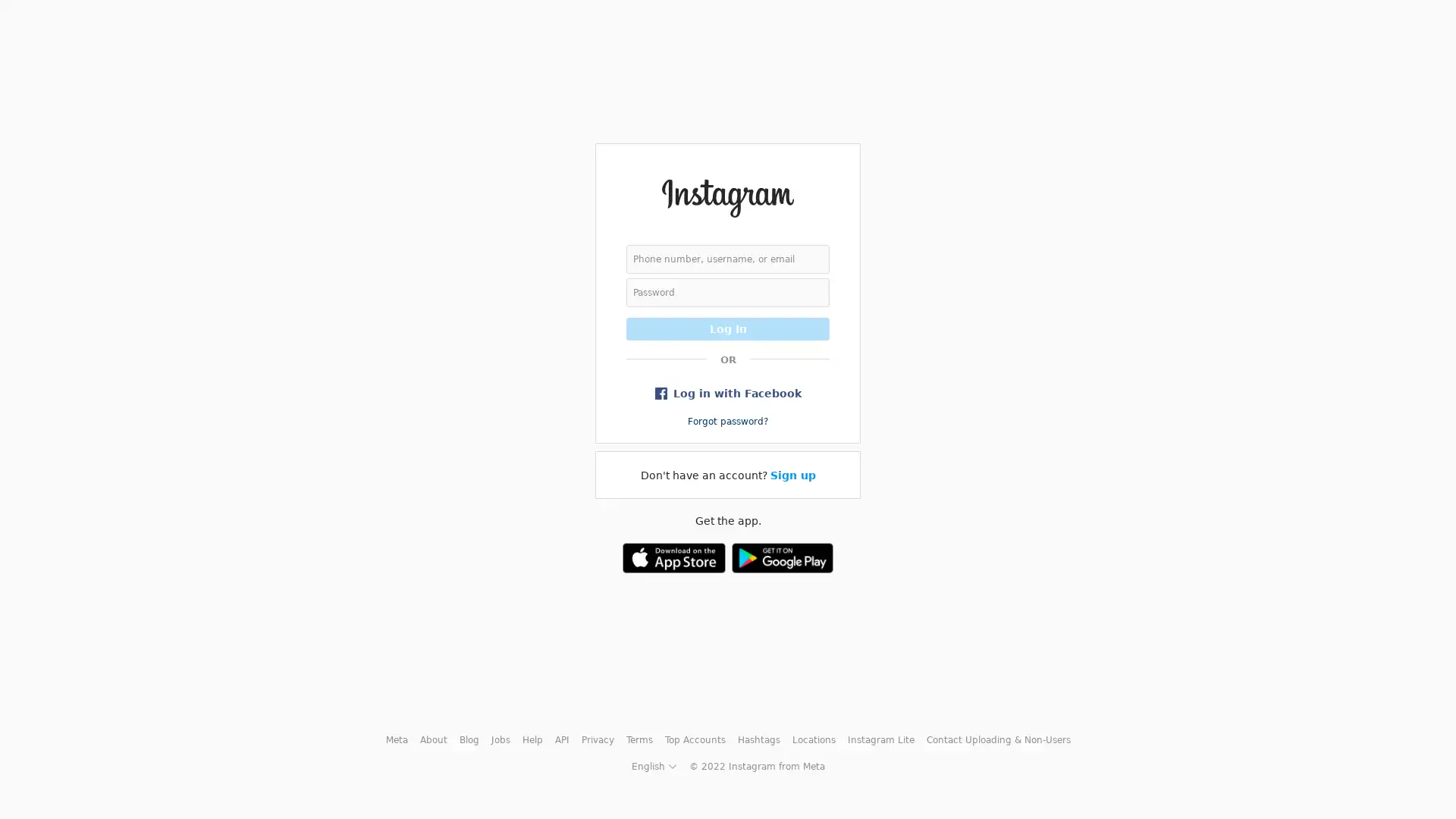 This screenshot has height=819, width=1456. Describe the element at coordinates (728, 327) in the screenshot. I see `Log In` at that location.